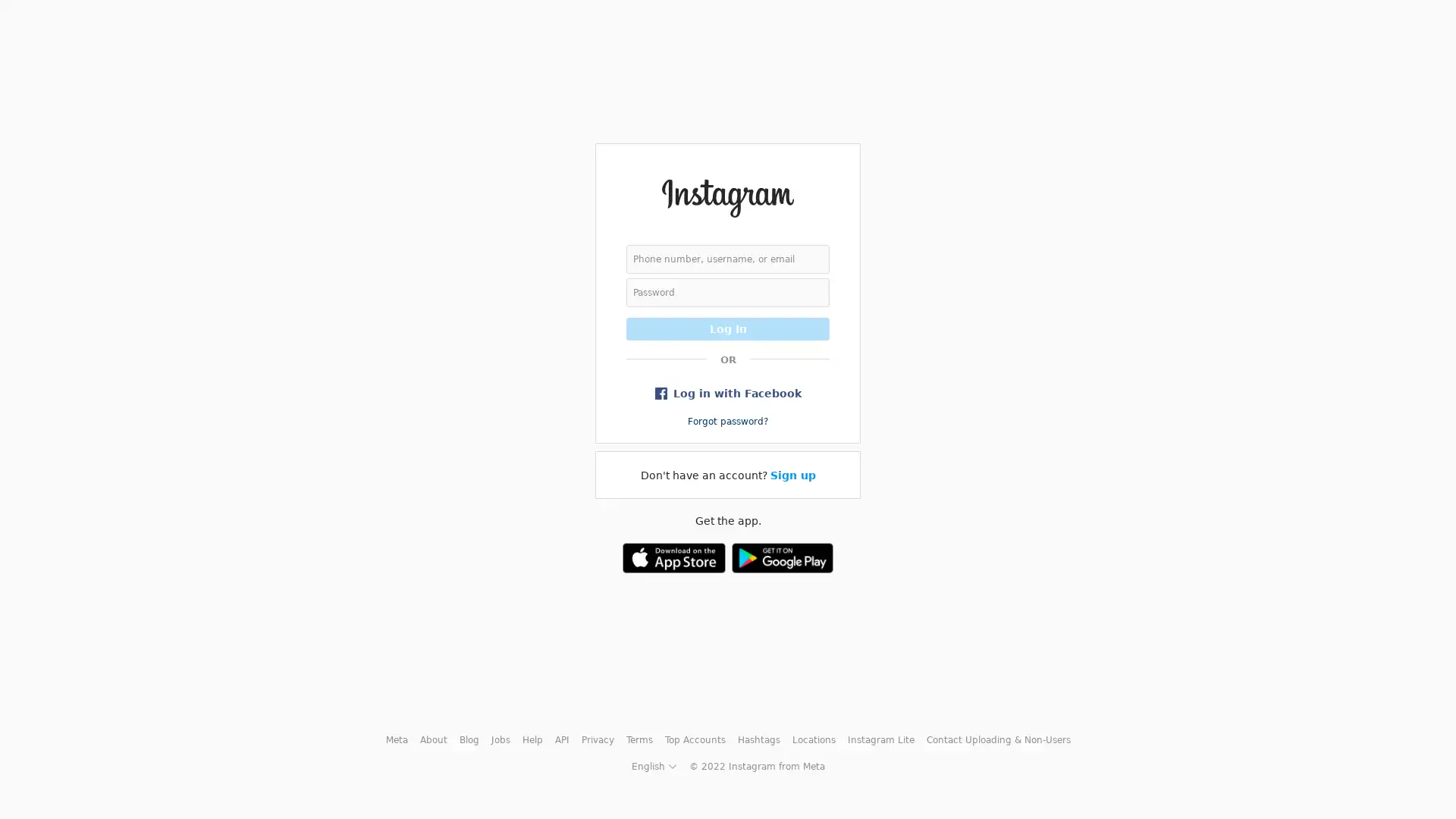 This screenshot has height=819, width=1456. Describe the element at coordinates (728, 327) in the screenshot. I see `Log In` at that location.